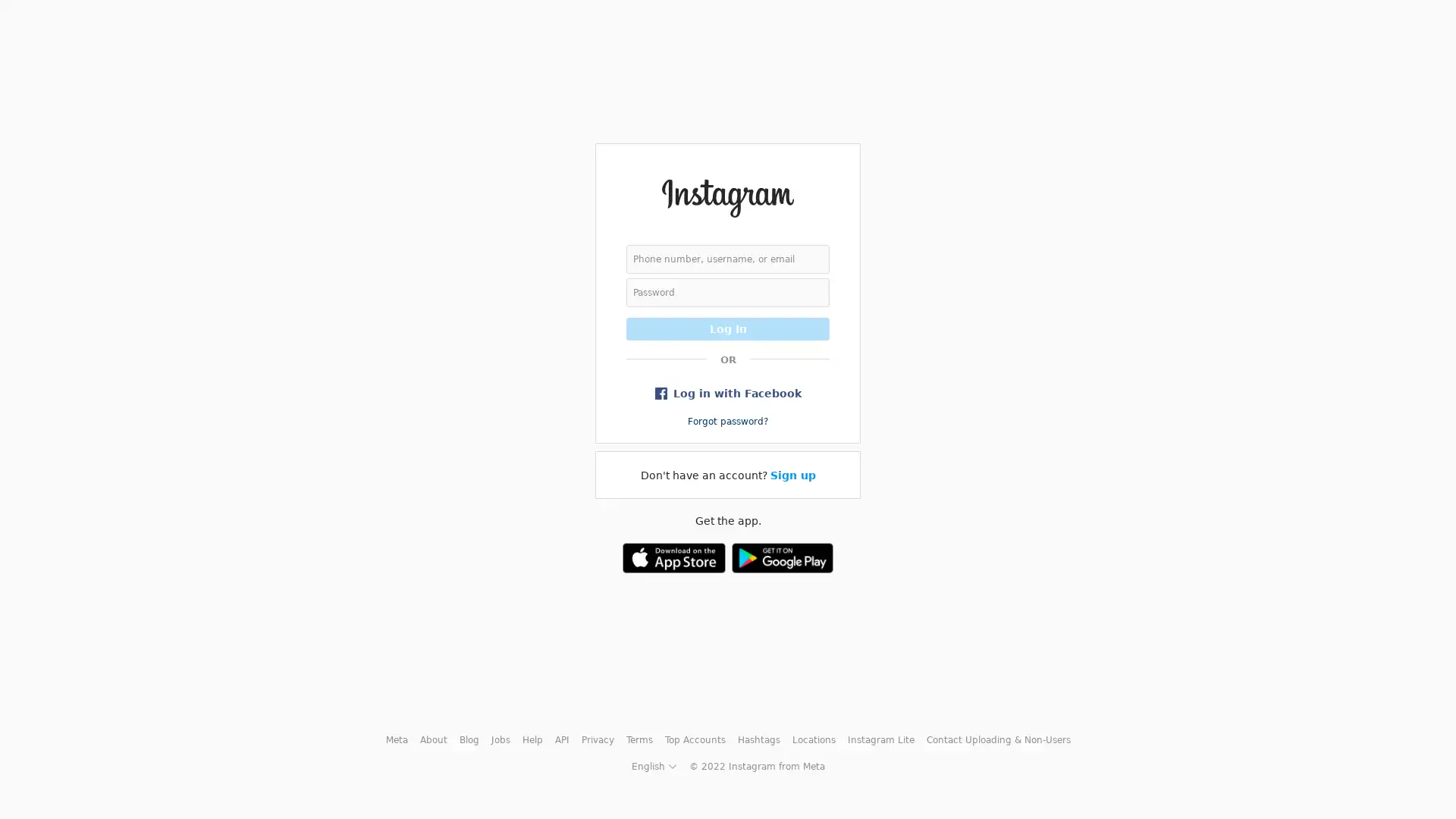 This screenshot has height=819, width=1456. Describe the element at coordinates (728, 327) in the screenshot. I see `Log In` at that location.